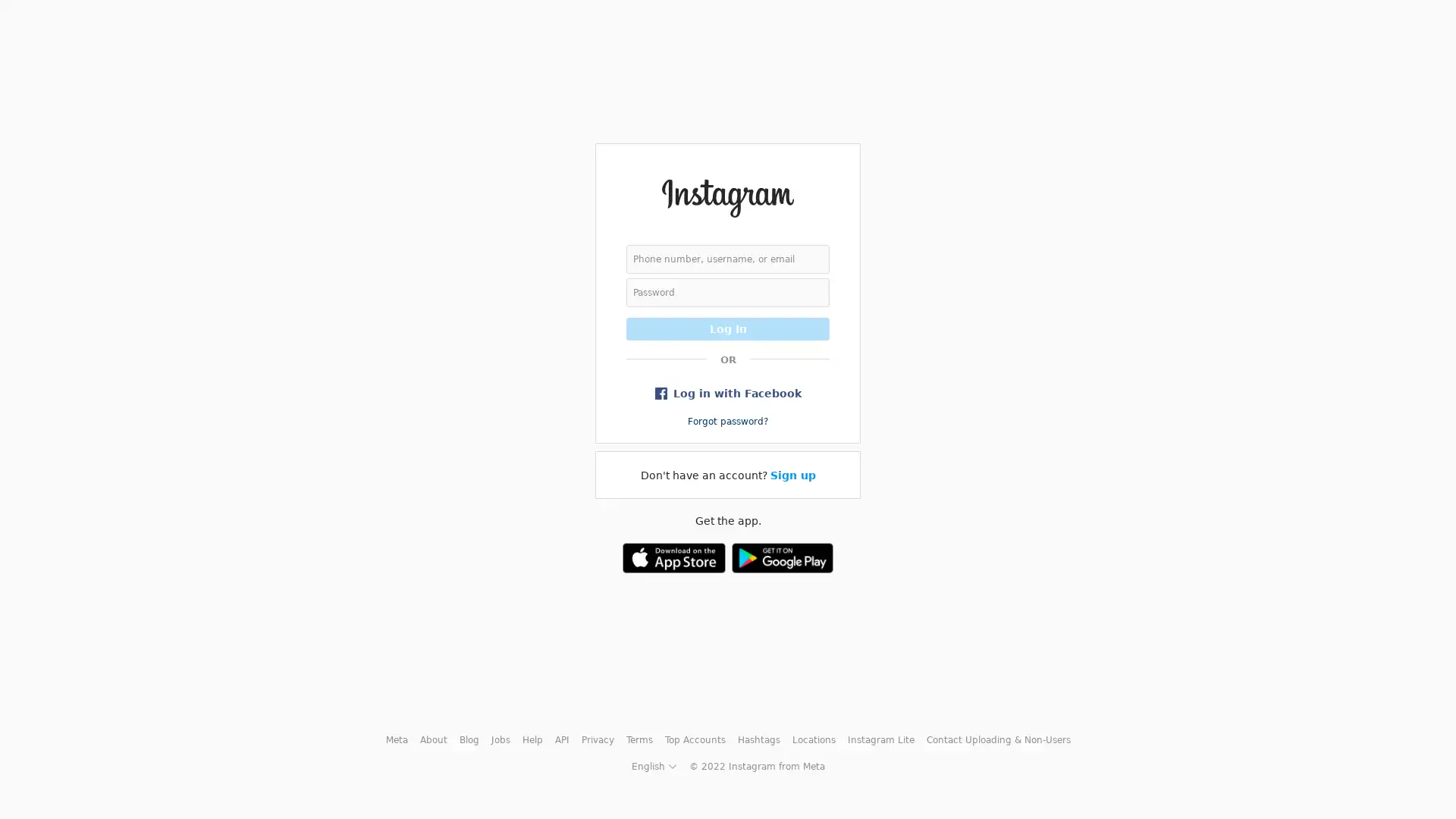 This screenshot has height=819, width=1456. Describe the element at coordinates (728, 327) in the screenshot. I see `Log In` at that location.